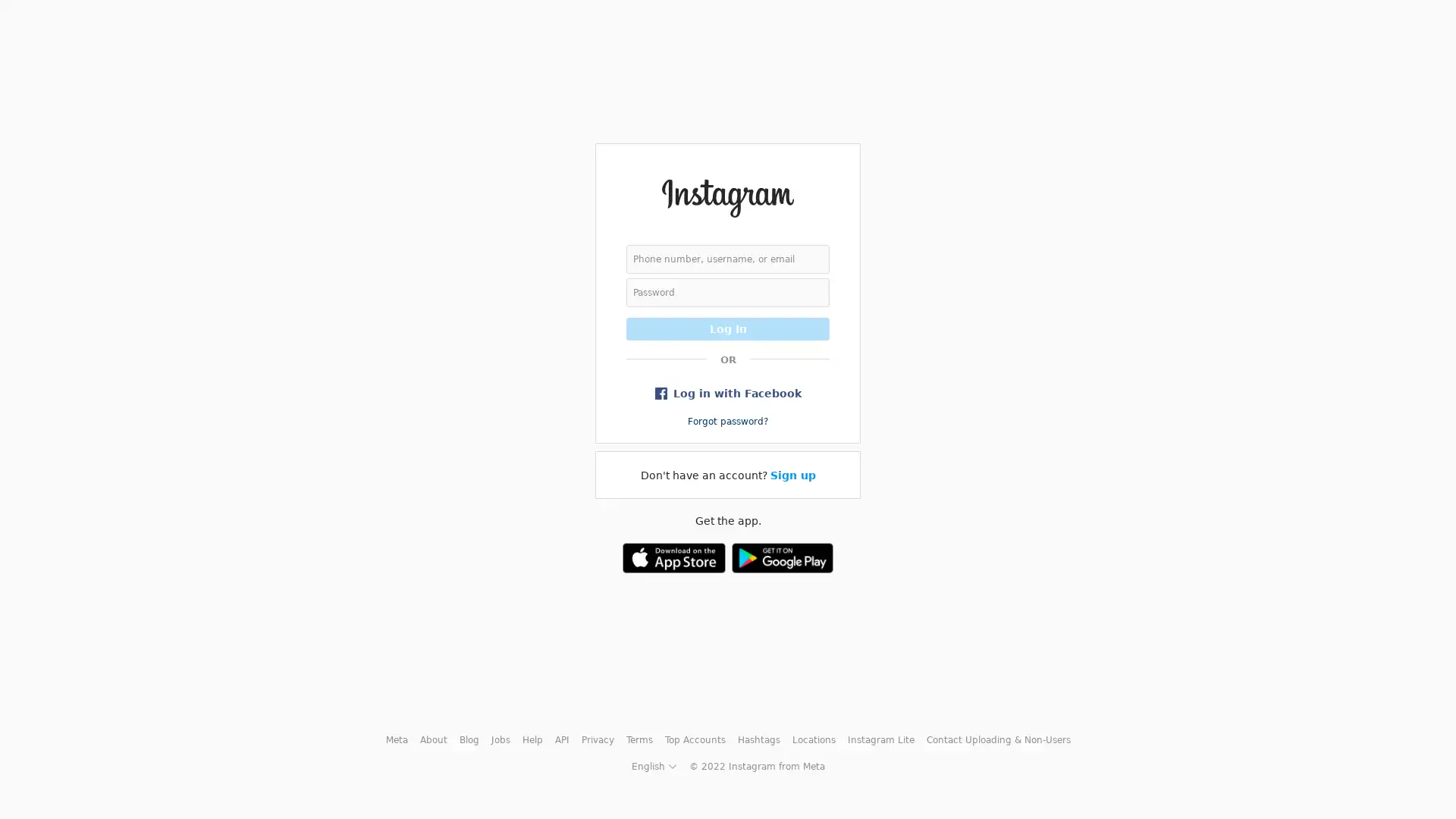 This screenshot has height=819, width=1456. Describe the element at coordinates (728, 327) in the screenshot. I see `Log In` at that location.